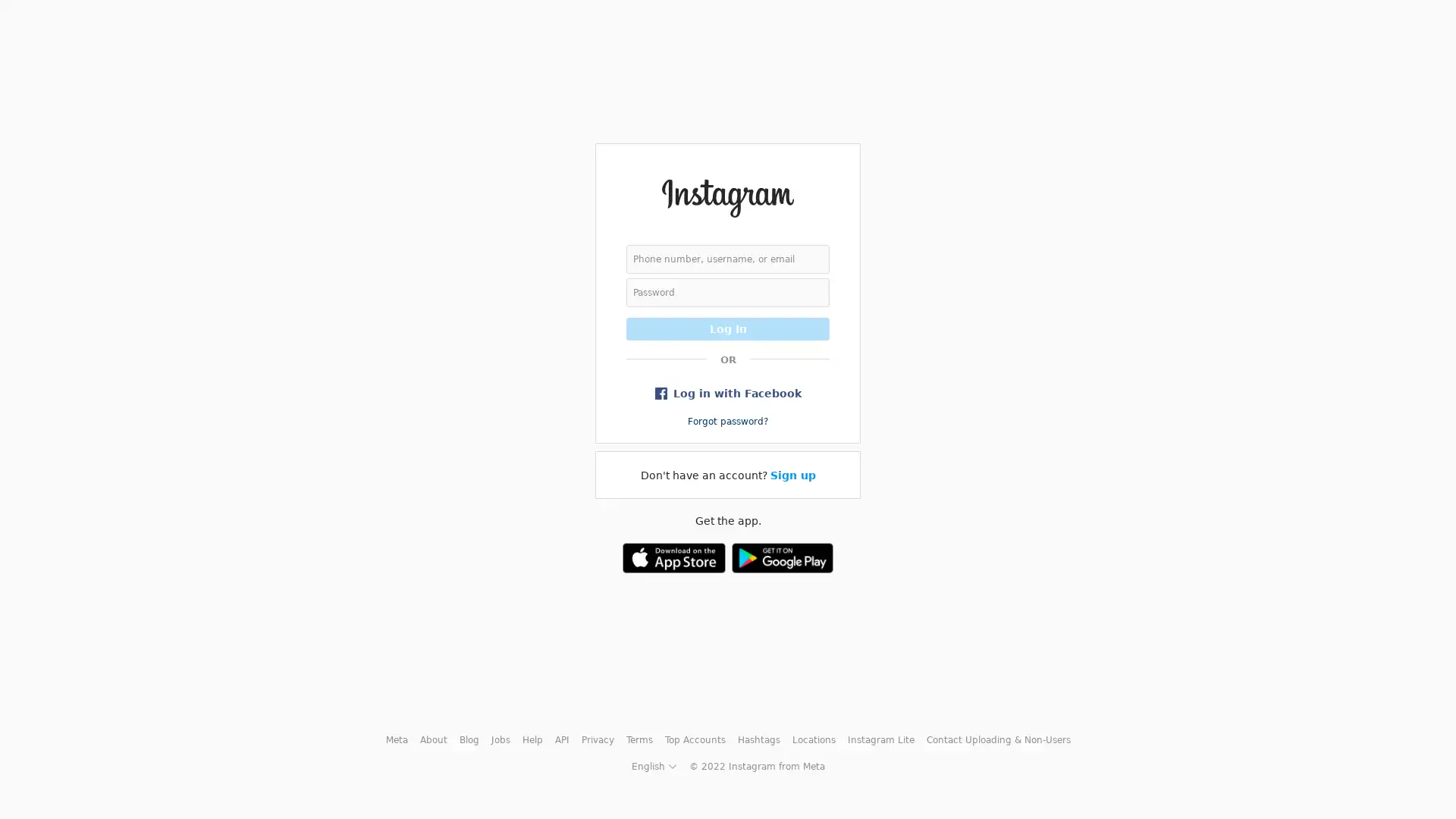 This screenshot has height=819, width=1456. Describe the element at coordinates (728, 327) in the screenshot. I see `Log In` at that location.